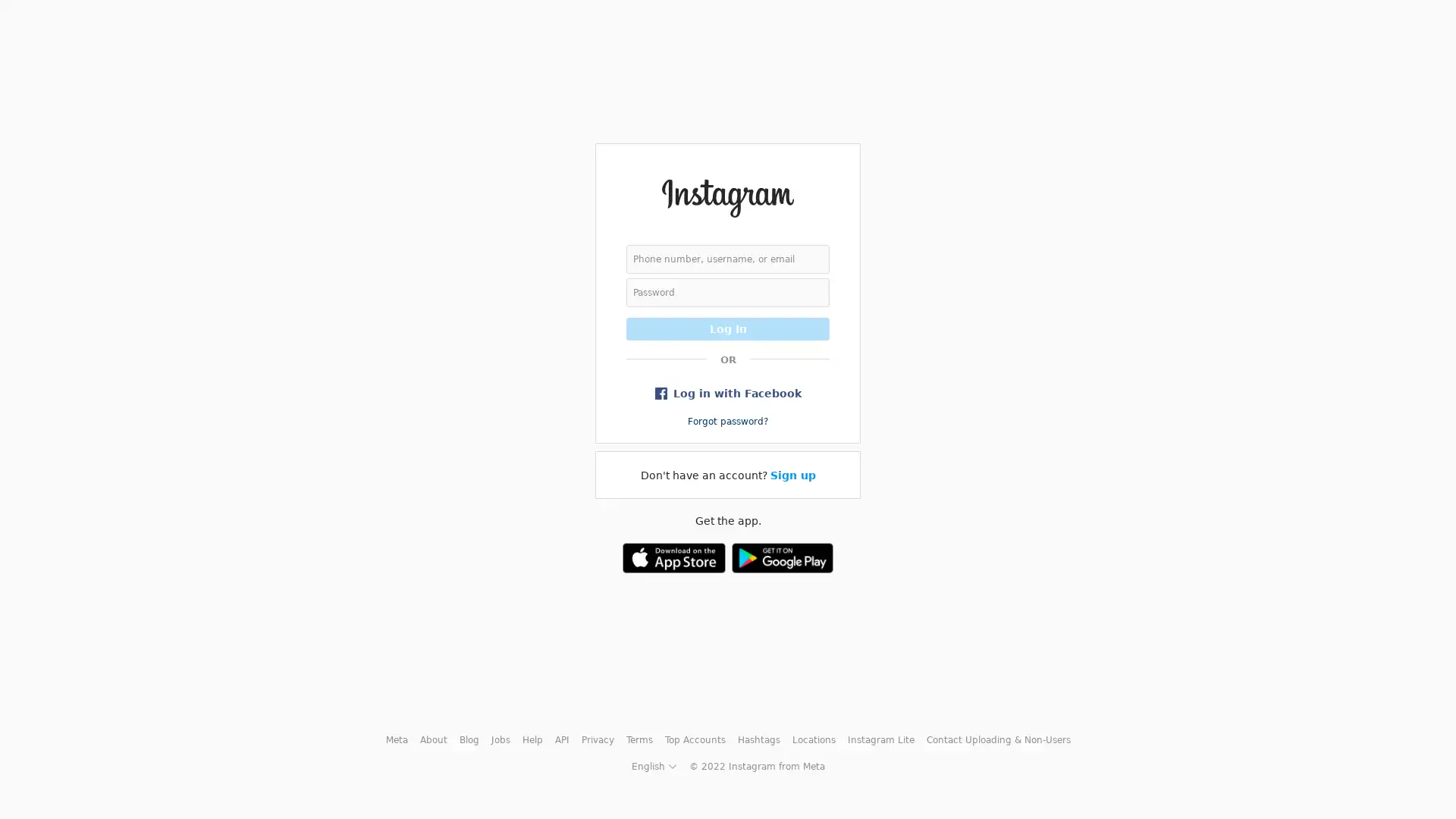 This screenshot has height=819, width=1456. Describe the element at coordinates (728, 327) in the screenshot. I see `Log In` at that location.